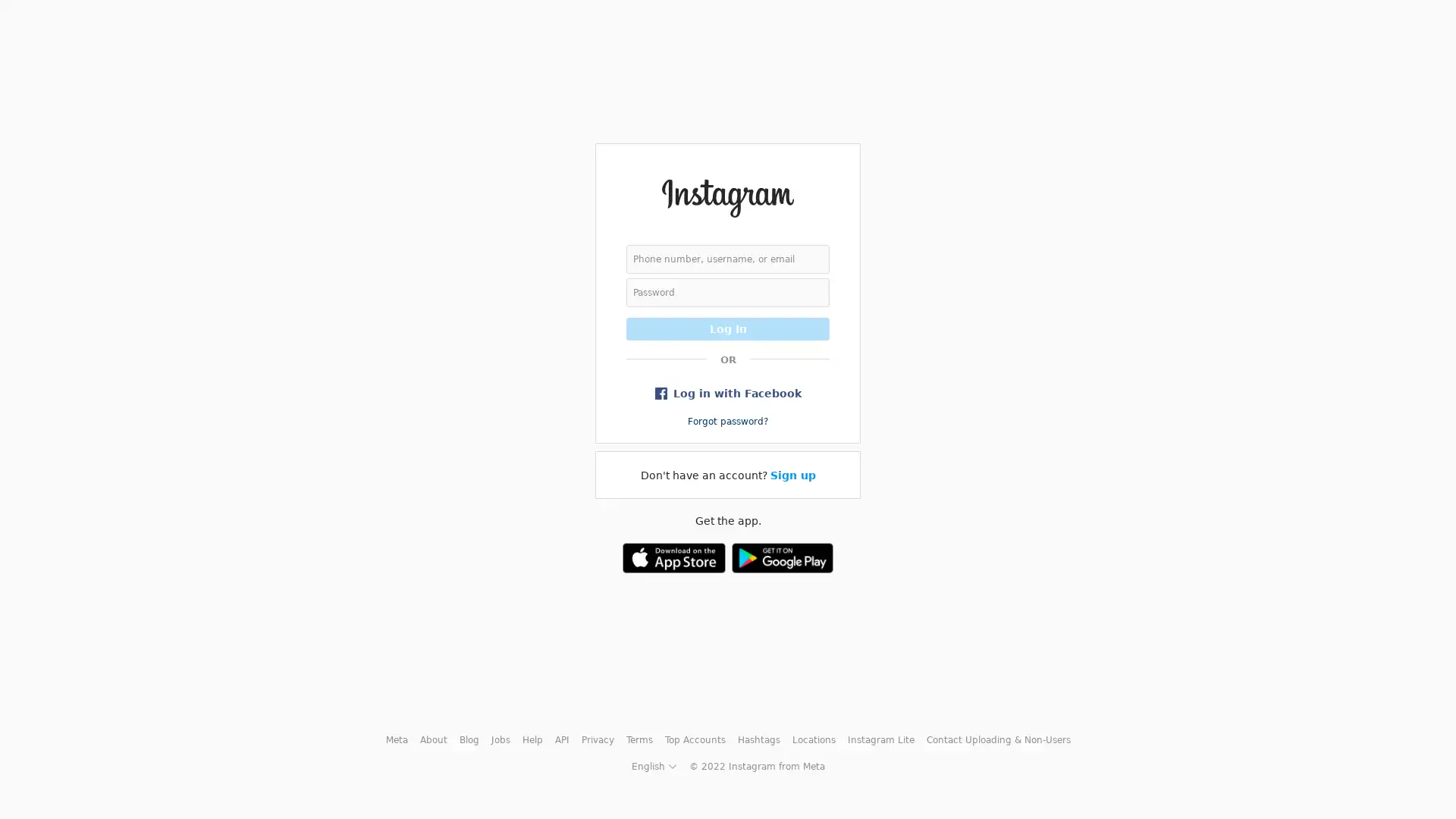 This screenshot has height=819, width=1456. Describe the element at coordinates (728, 327) in the screenshot. I see `Log In` at that location.